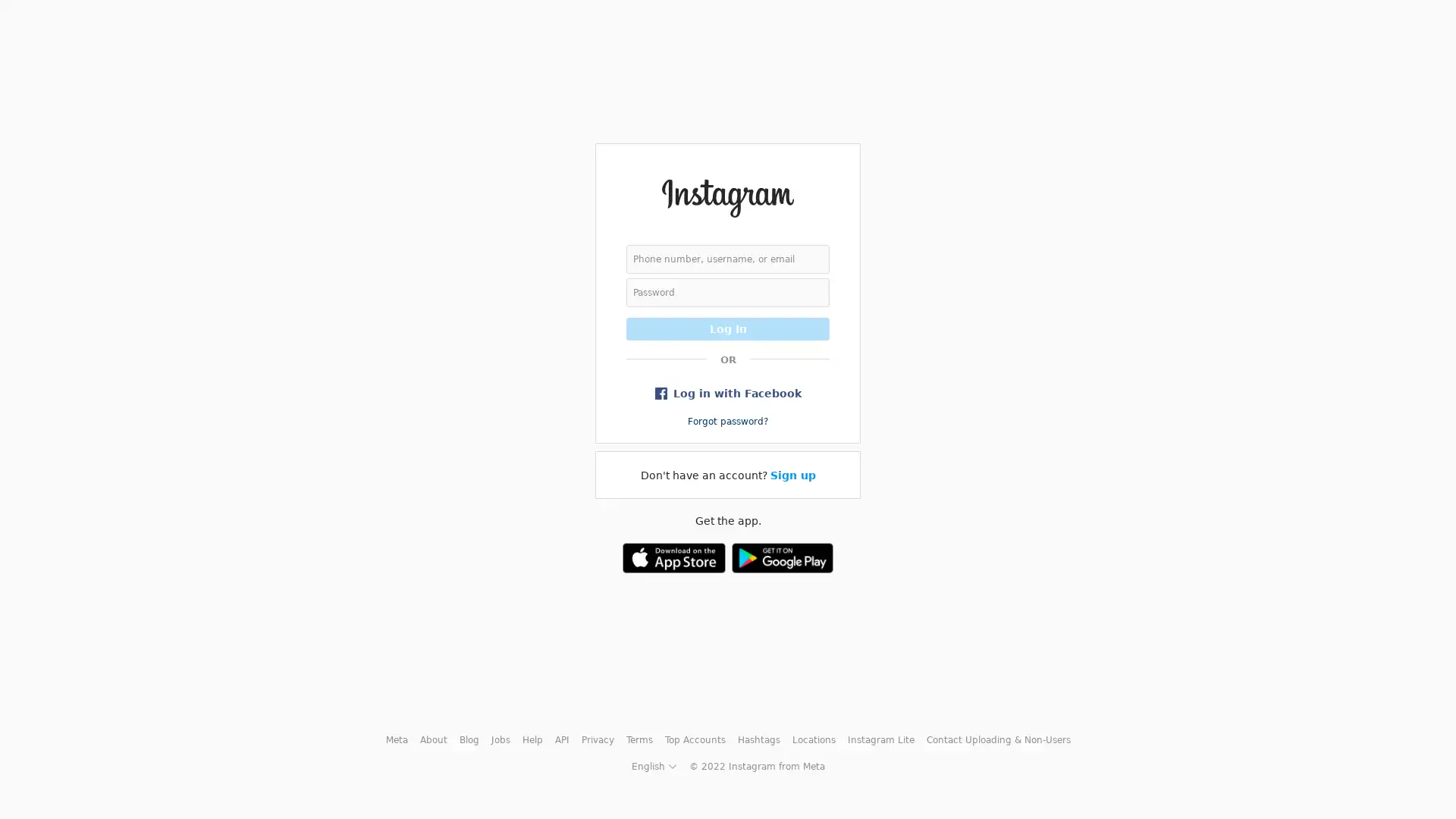 This screenshot has height=819, width=1456. Describe the element at coordinates (728, 327) in the screenshot. I see `Log In` at that location.